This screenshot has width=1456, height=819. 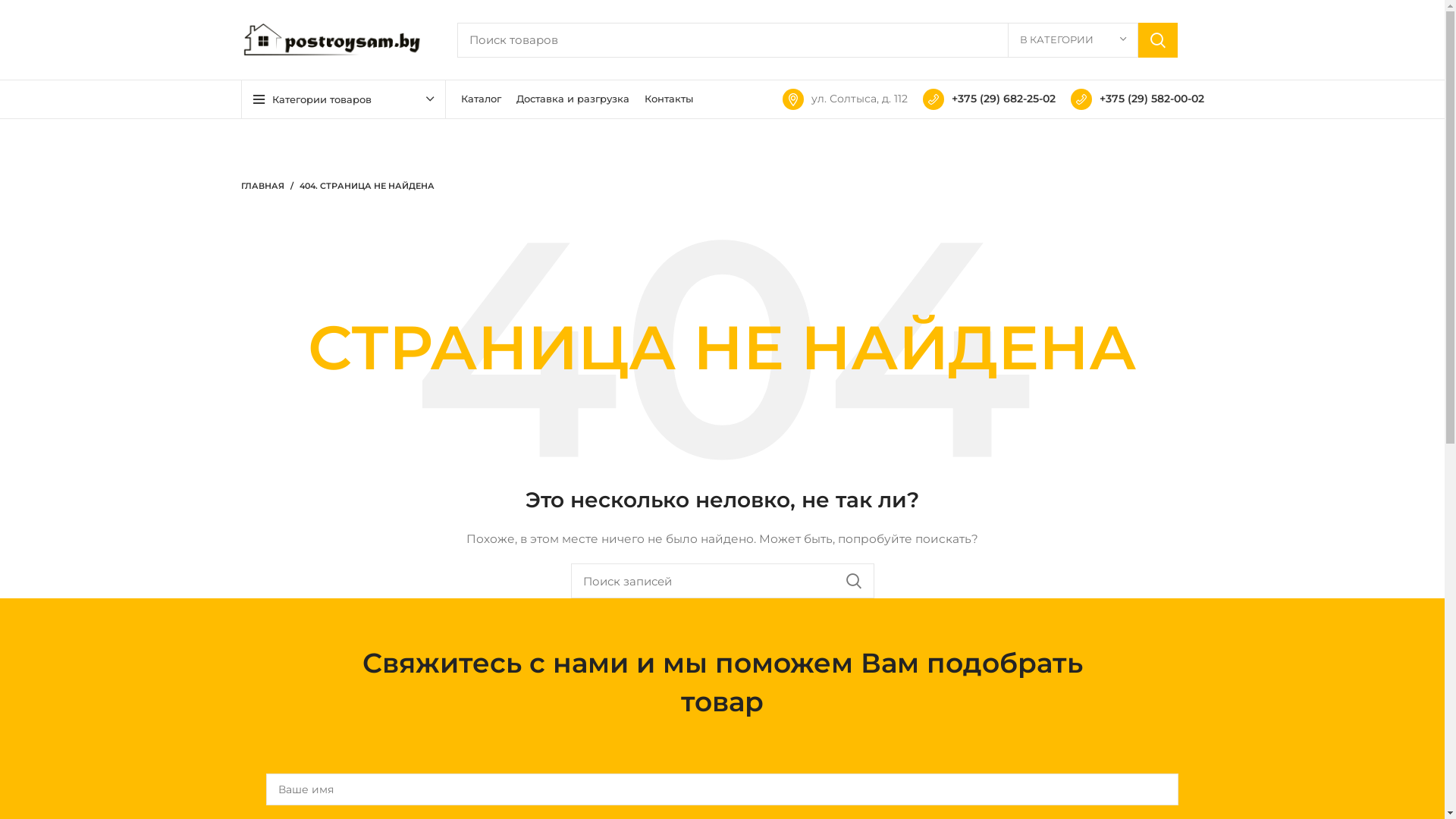 I want to click on '+375 (29) 582-00-02', so click(x=1137, y=99).